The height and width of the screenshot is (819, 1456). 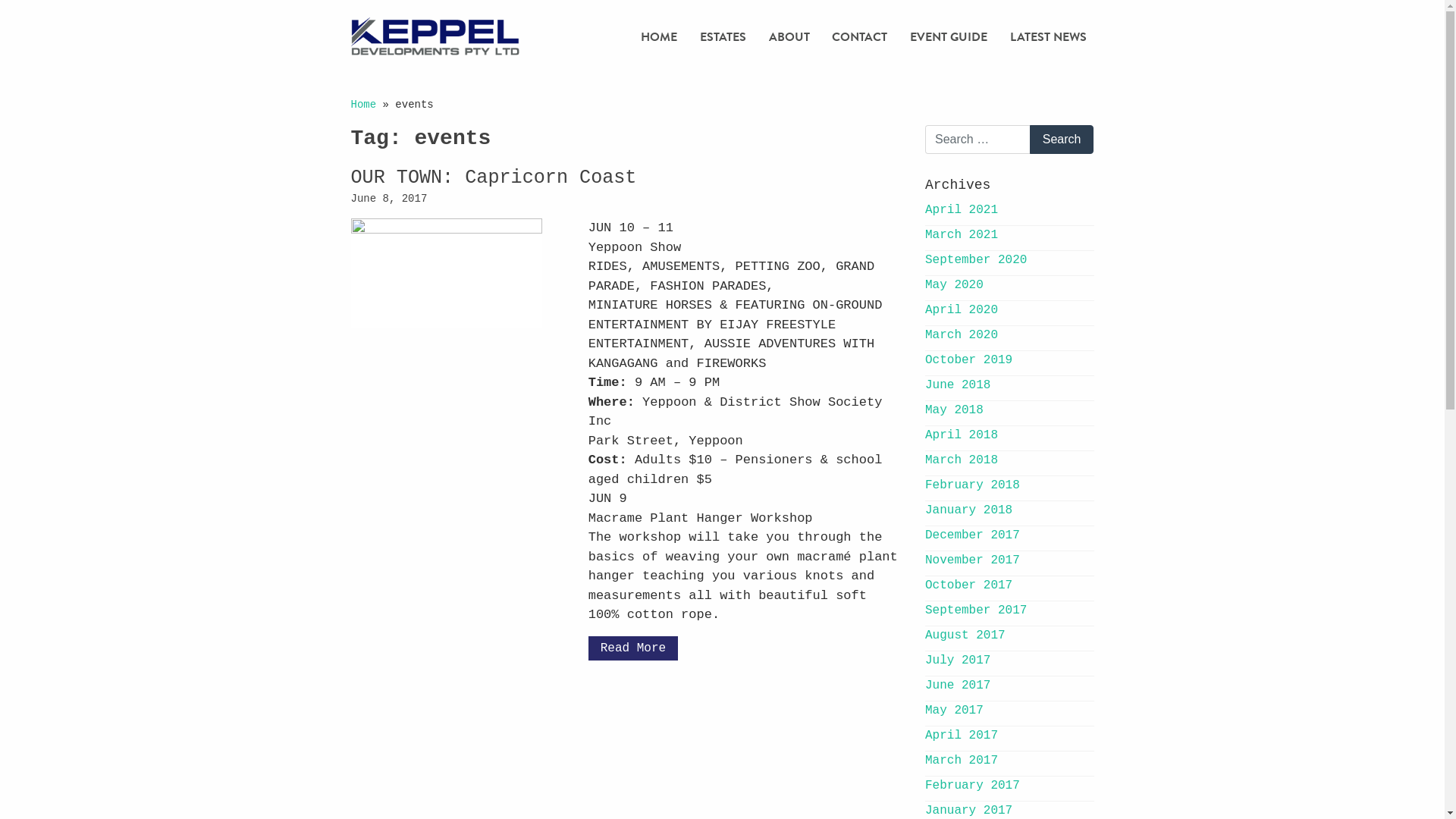 I want to click on 'February 2018', so click(x=972, y=485).